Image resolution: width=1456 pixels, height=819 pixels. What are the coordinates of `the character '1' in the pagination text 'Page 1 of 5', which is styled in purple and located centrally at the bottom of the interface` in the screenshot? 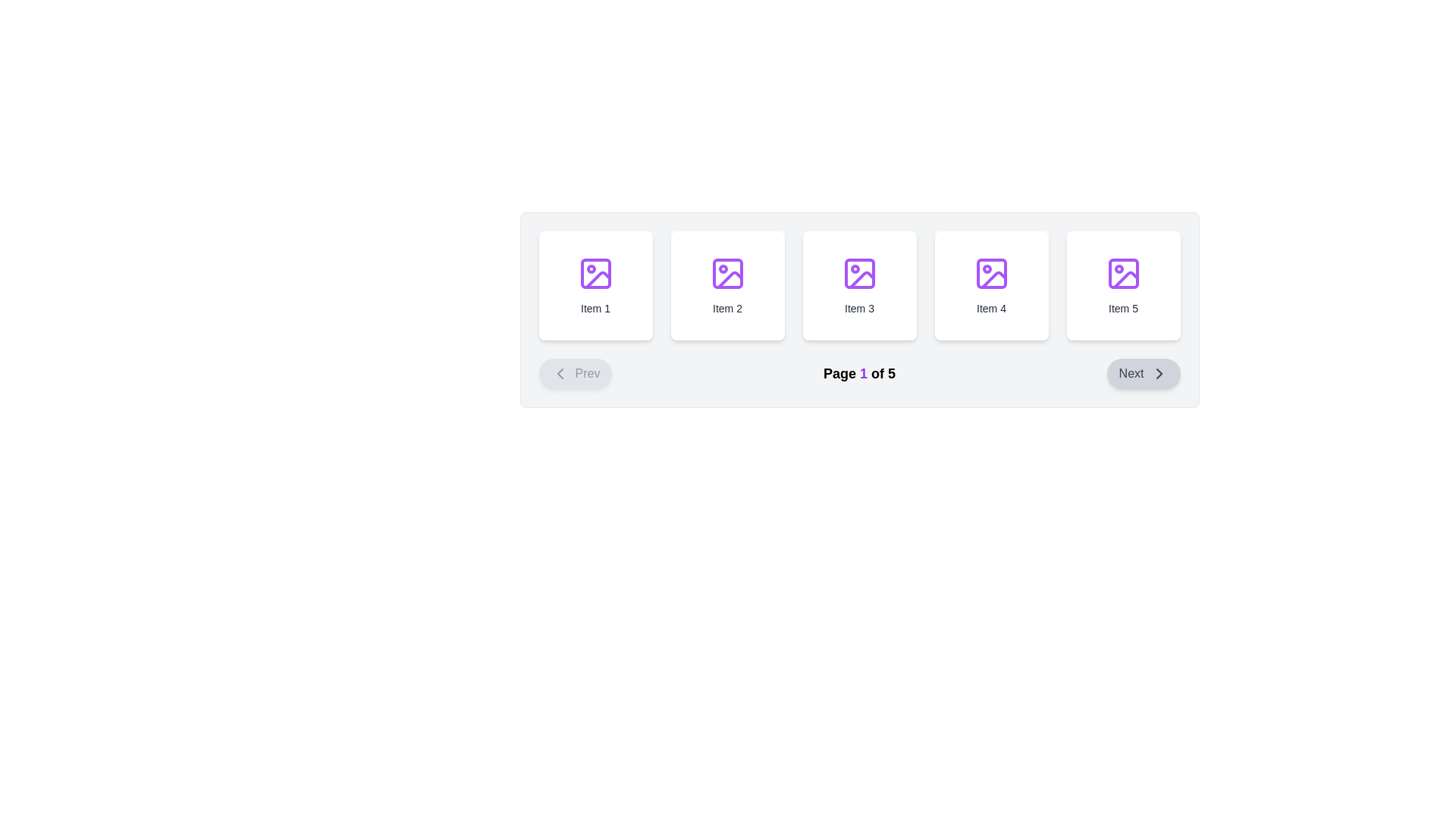 It's located at (863, 374).